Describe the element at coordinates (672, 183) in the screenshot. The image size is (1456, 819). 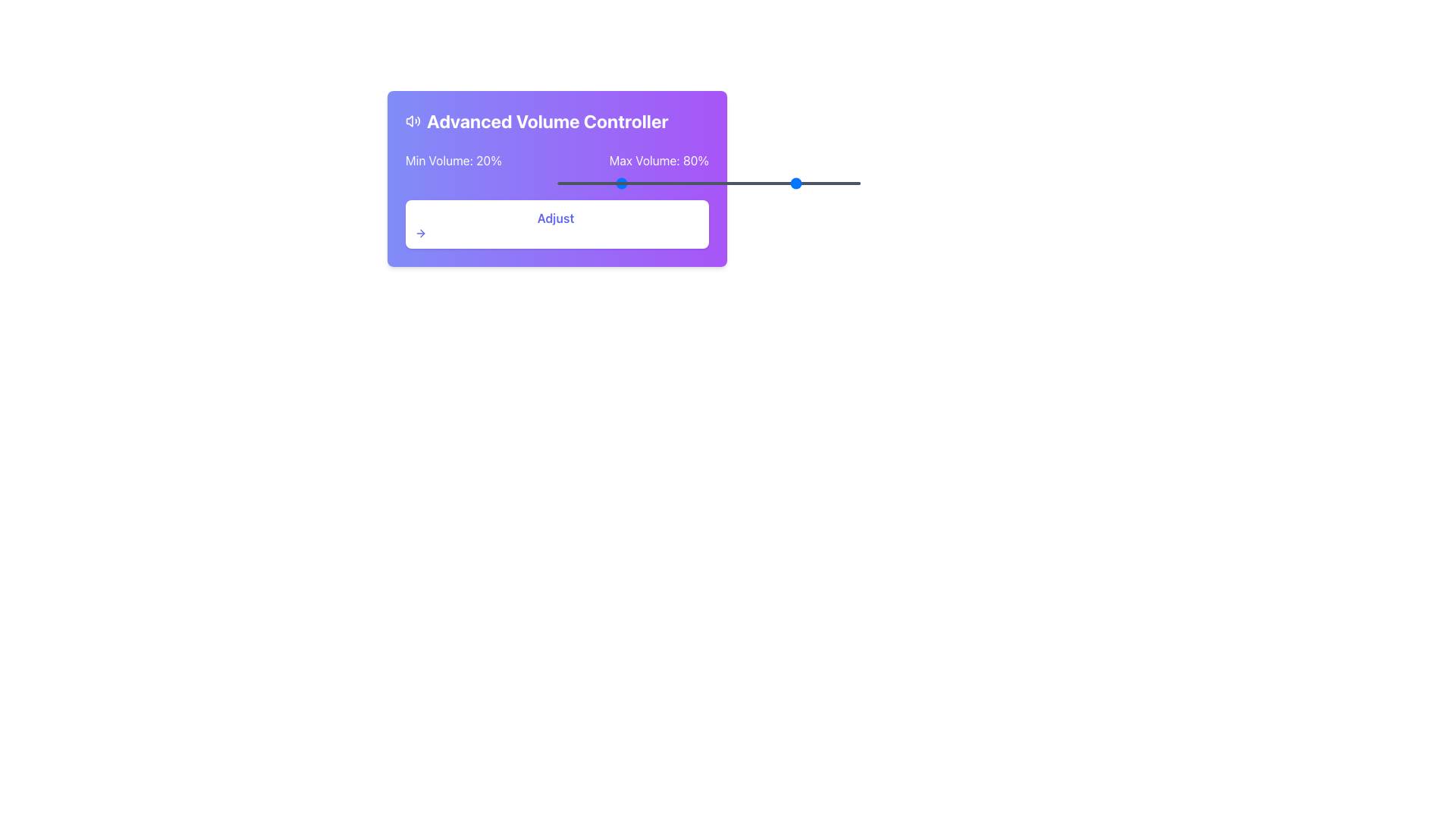
I see `the slider` at that location.